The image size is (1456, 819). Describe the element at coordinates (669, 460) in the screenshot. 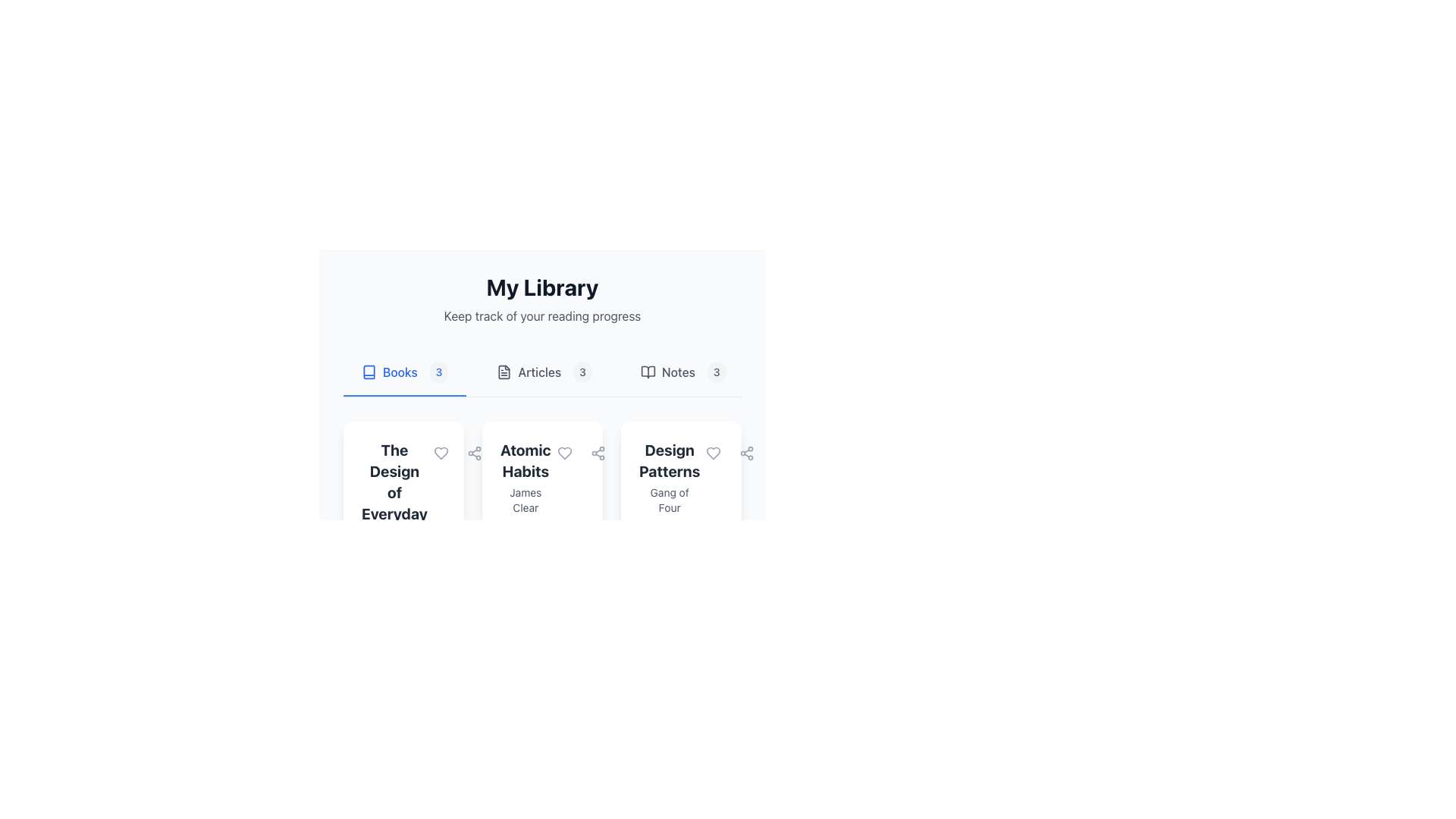

I see `title text of the 'Design Patterns' book card, which is positioned at the center-top of the card, above the subtitle 'Gang of Four'` at that location.